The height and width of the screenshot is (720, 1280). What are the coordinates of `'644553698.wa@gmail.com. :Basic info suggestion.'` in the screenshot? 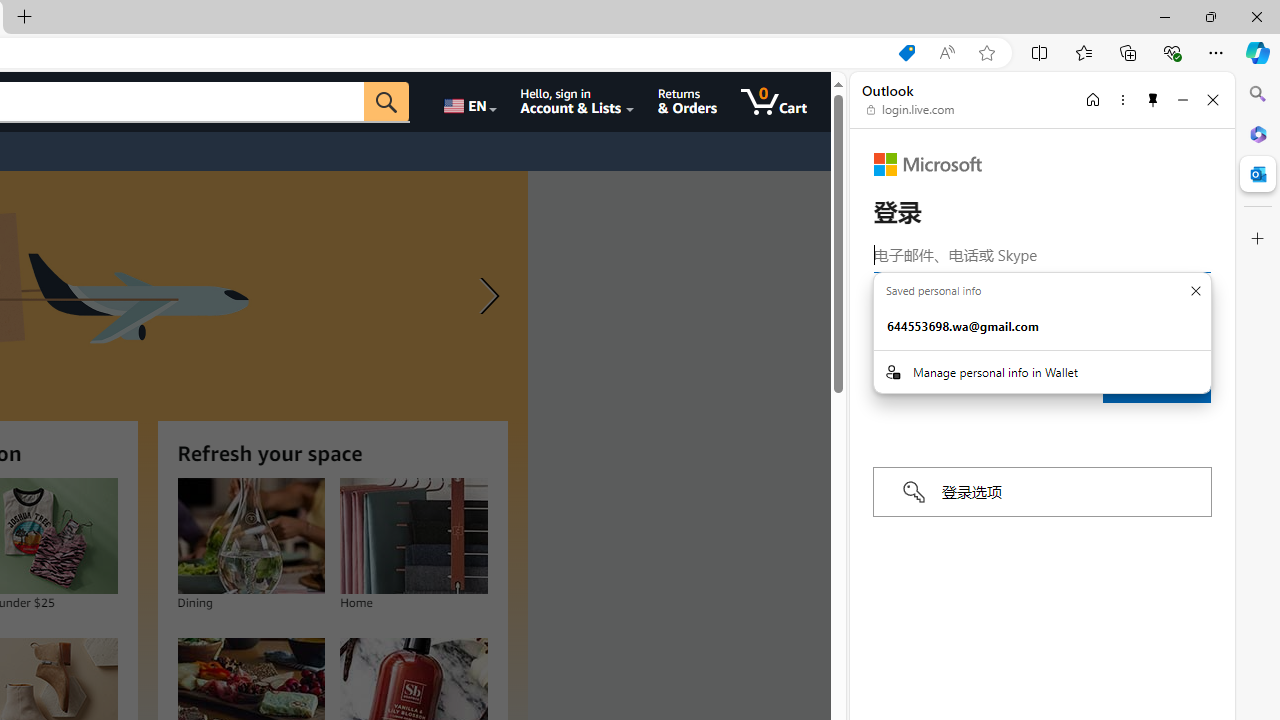 It's located at (1041, 326).